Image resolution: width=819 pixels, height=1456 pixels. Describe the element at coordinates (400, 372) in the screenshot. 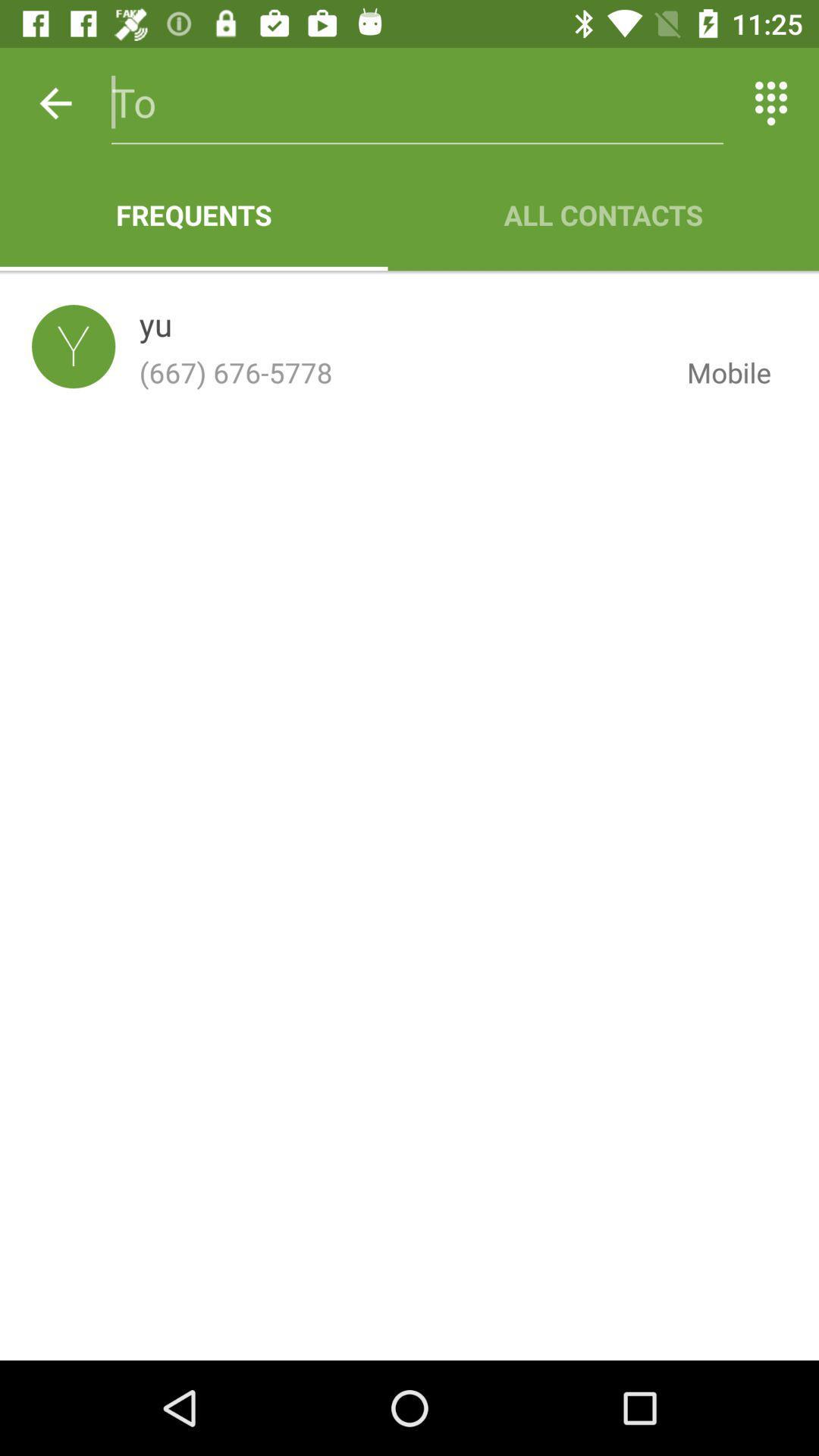

I see `item below yu` at that location.